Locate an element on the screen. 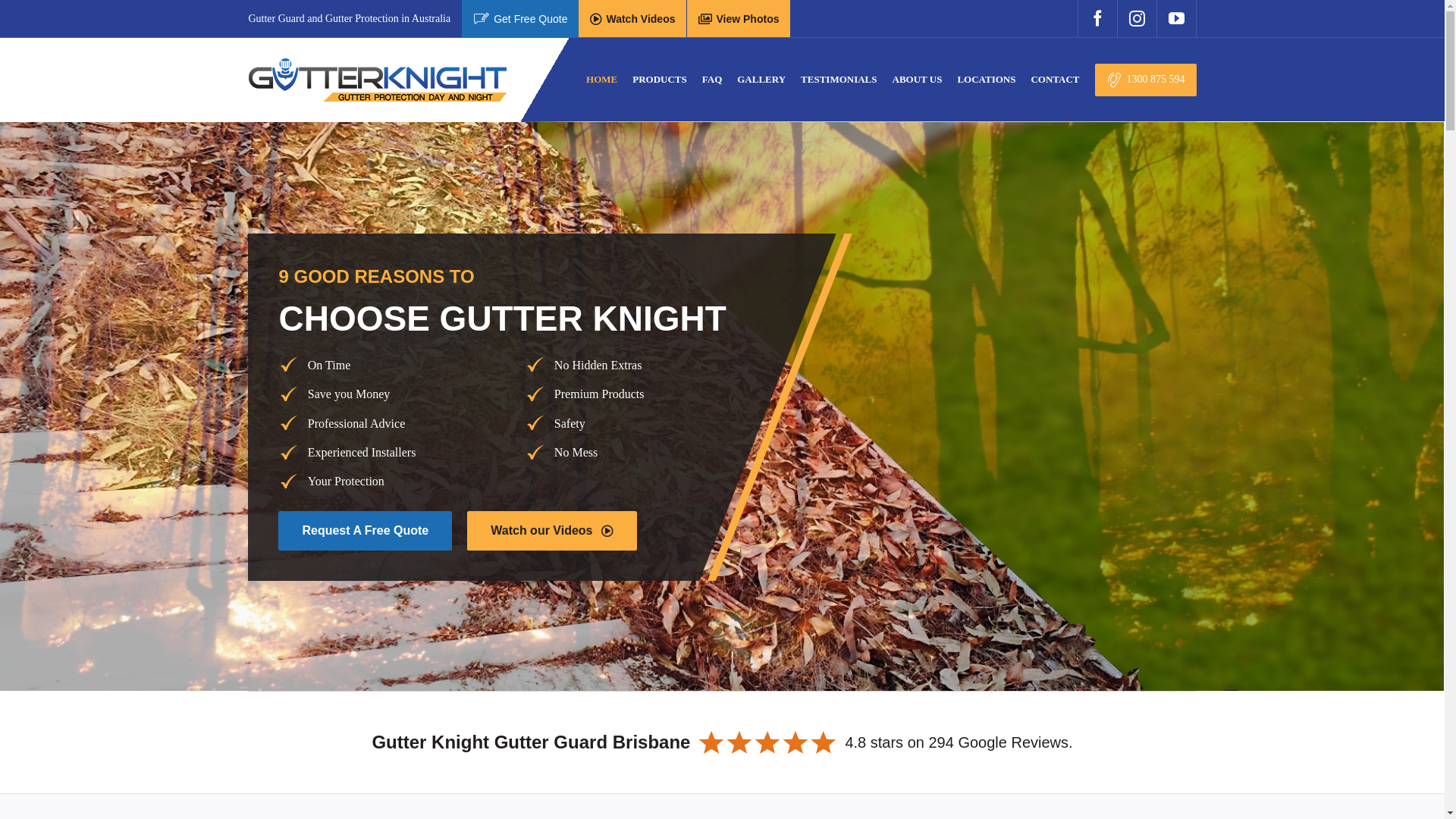 This screenshot has height=819, width=1456. 'Get Free Quote' is located at coordinates (520, 18).